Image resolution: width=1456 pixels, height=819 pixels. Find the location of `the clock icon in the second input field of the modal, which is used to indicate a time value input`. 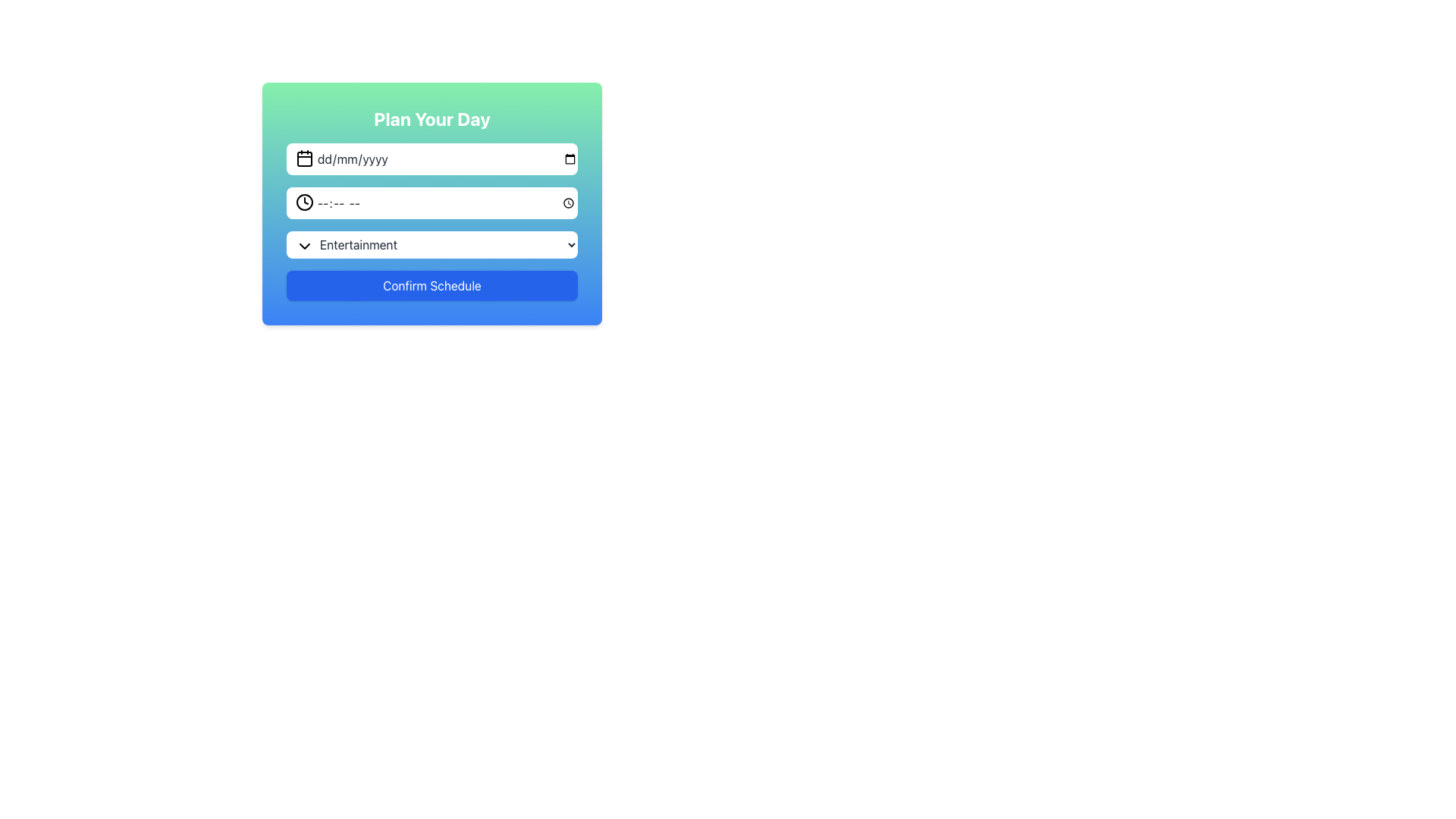

the clock icon in the second input field of the modal, which is used to indicate a time value input is located at coordinates (304, 201).